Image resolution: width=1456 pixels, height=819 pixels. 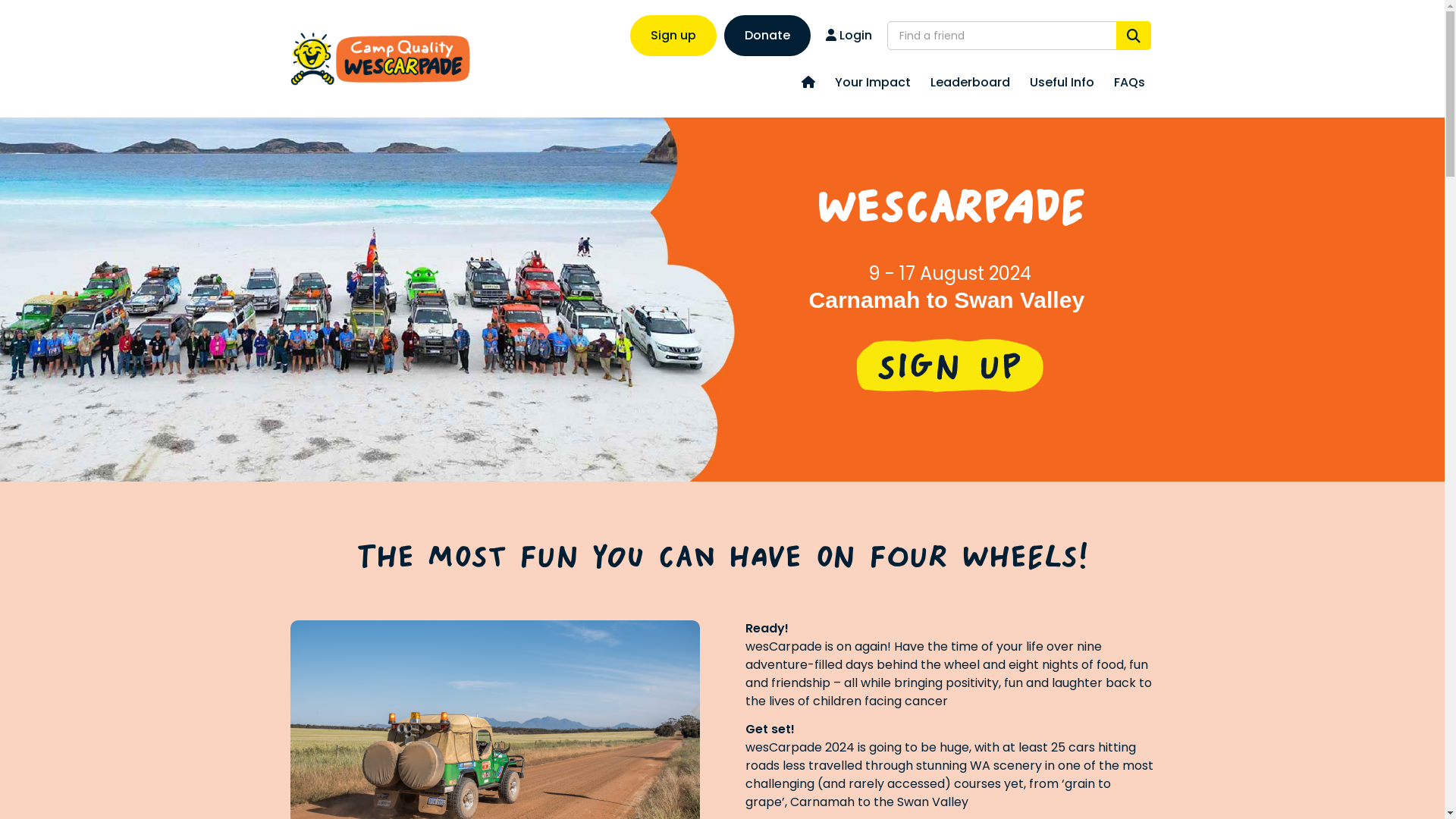 What do you see at coordinates (672, 34) in the screenshot?
I see `'Sign up'` at bounding box center [672, 34].